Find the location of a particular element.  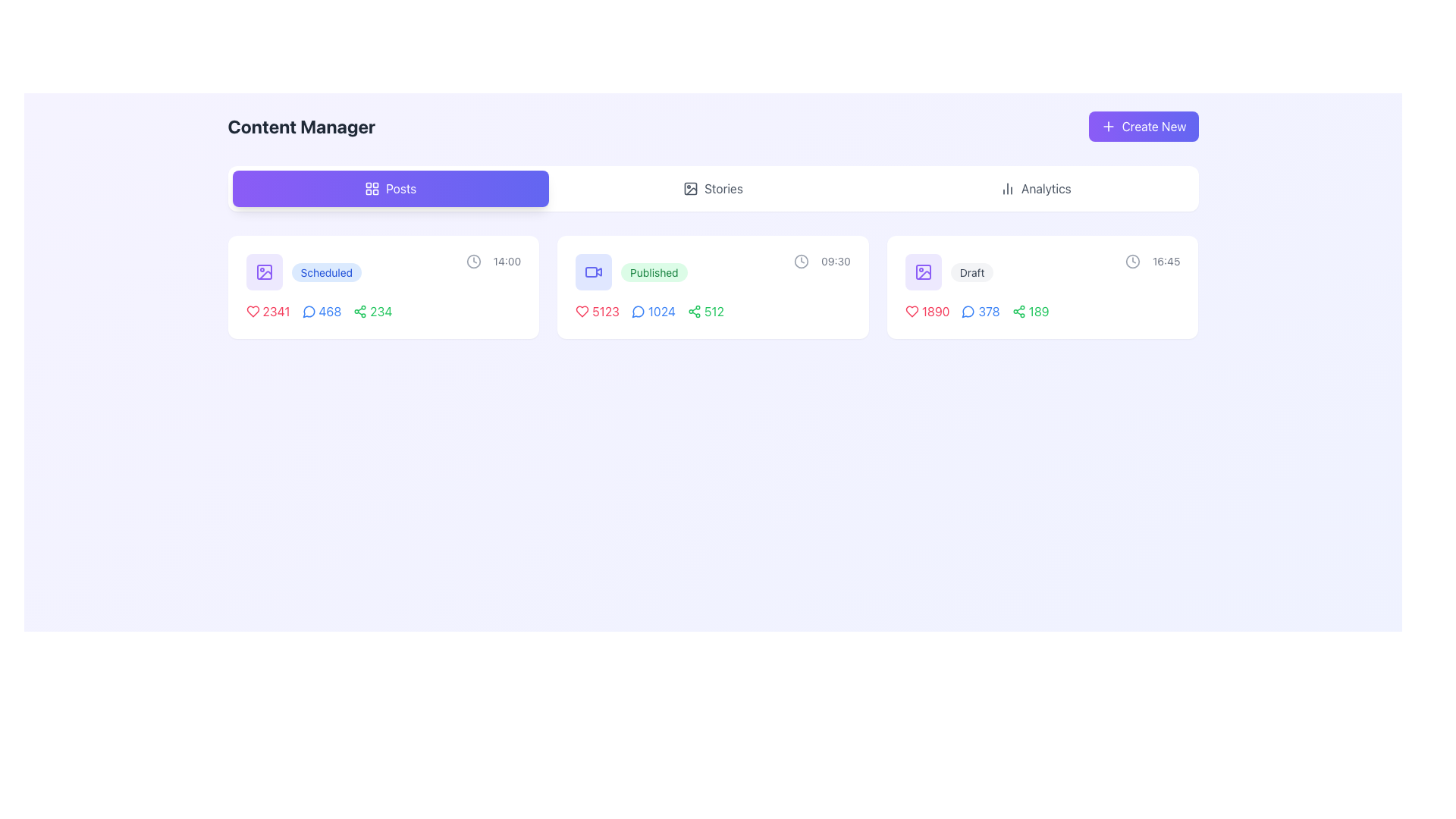

the circular outline within the clock icon located on the right side of the 'Published' card is located at coordinates (801, 260).